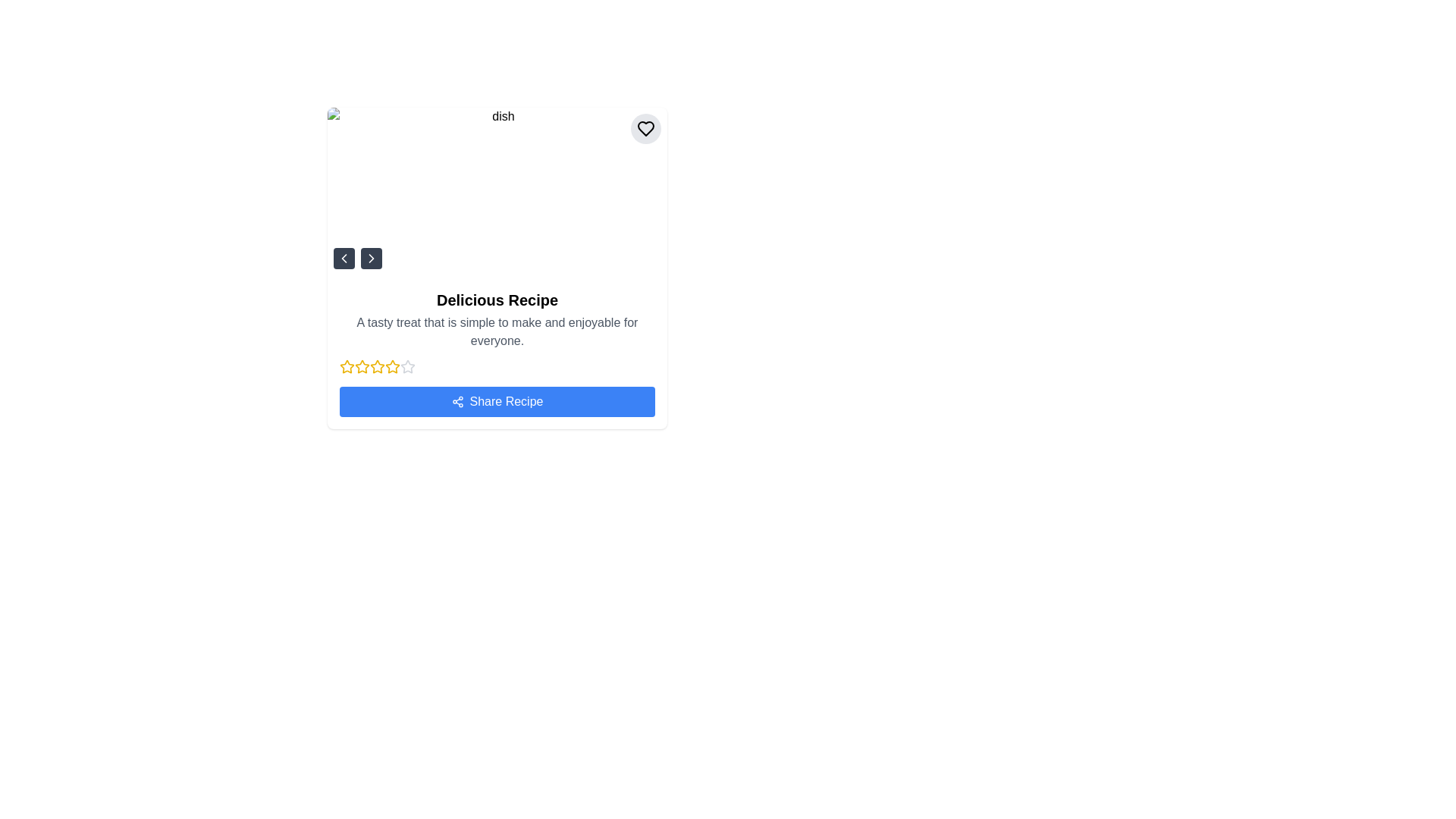 The image size is (1456, 819). I want to click on the fifth star icon in the rating system, so click(407, 366).